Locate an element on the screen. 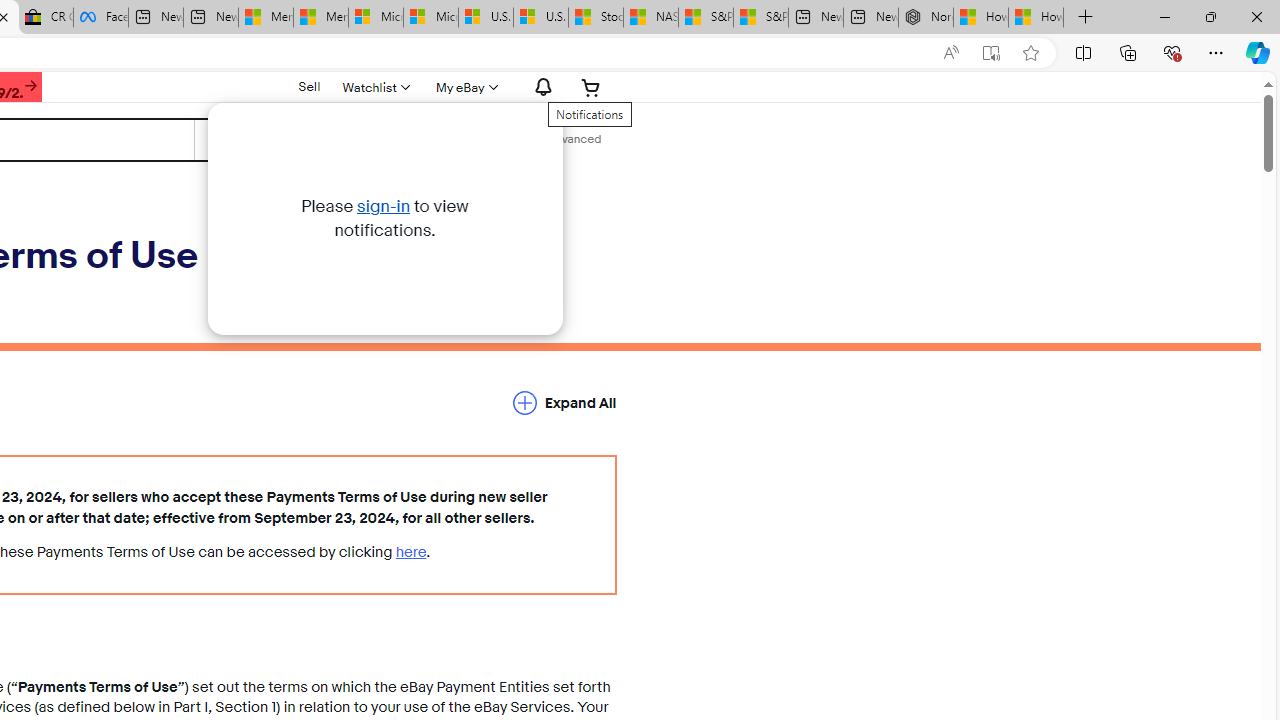 Image resolution: width=1280 pixels, height=720 pixels. 'Expand Cart' is located at coordinates (590, 86).